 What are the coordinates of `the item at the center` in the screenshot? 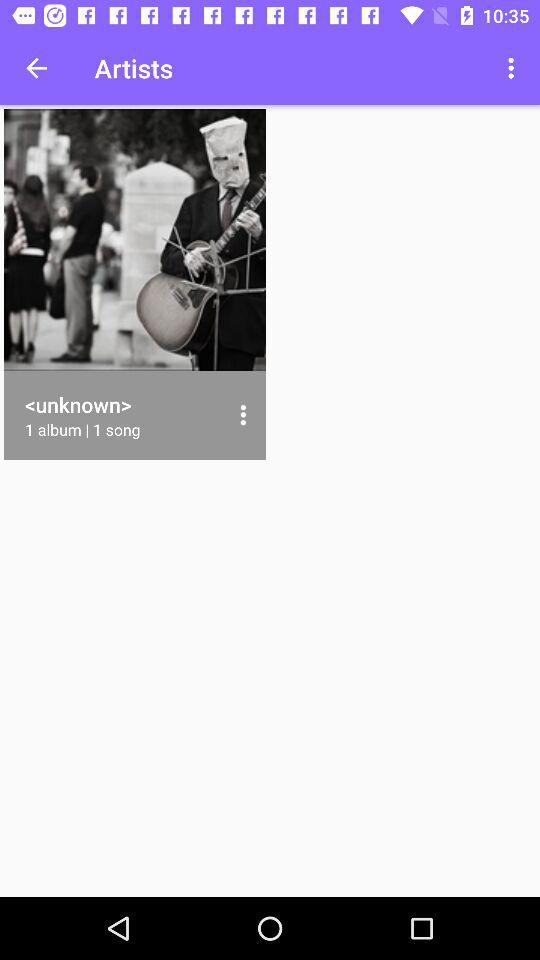 It's located at (243, 414).